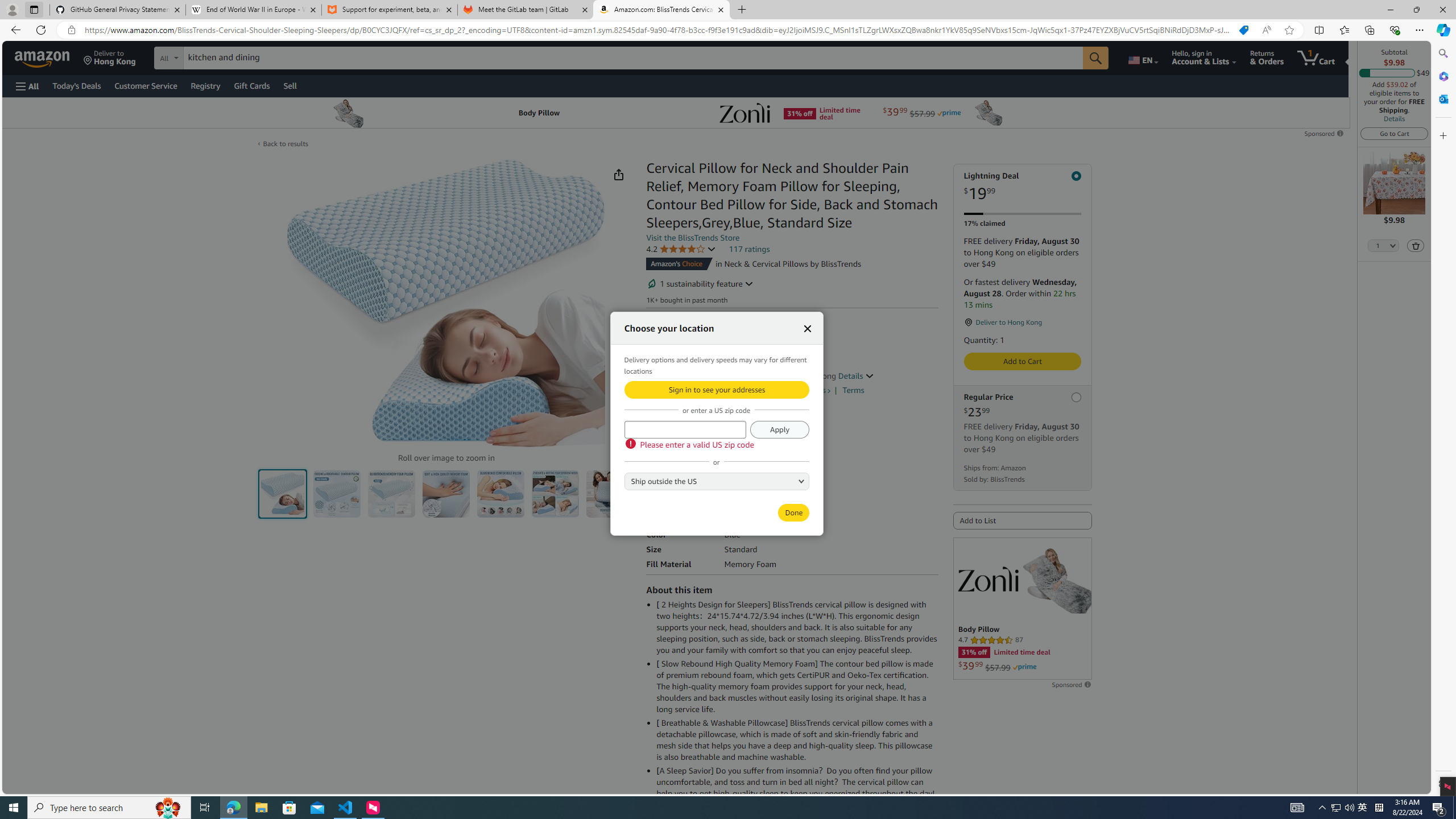 The image size is (1456, 819). I want to click on 'Registry', so click(204, 85).